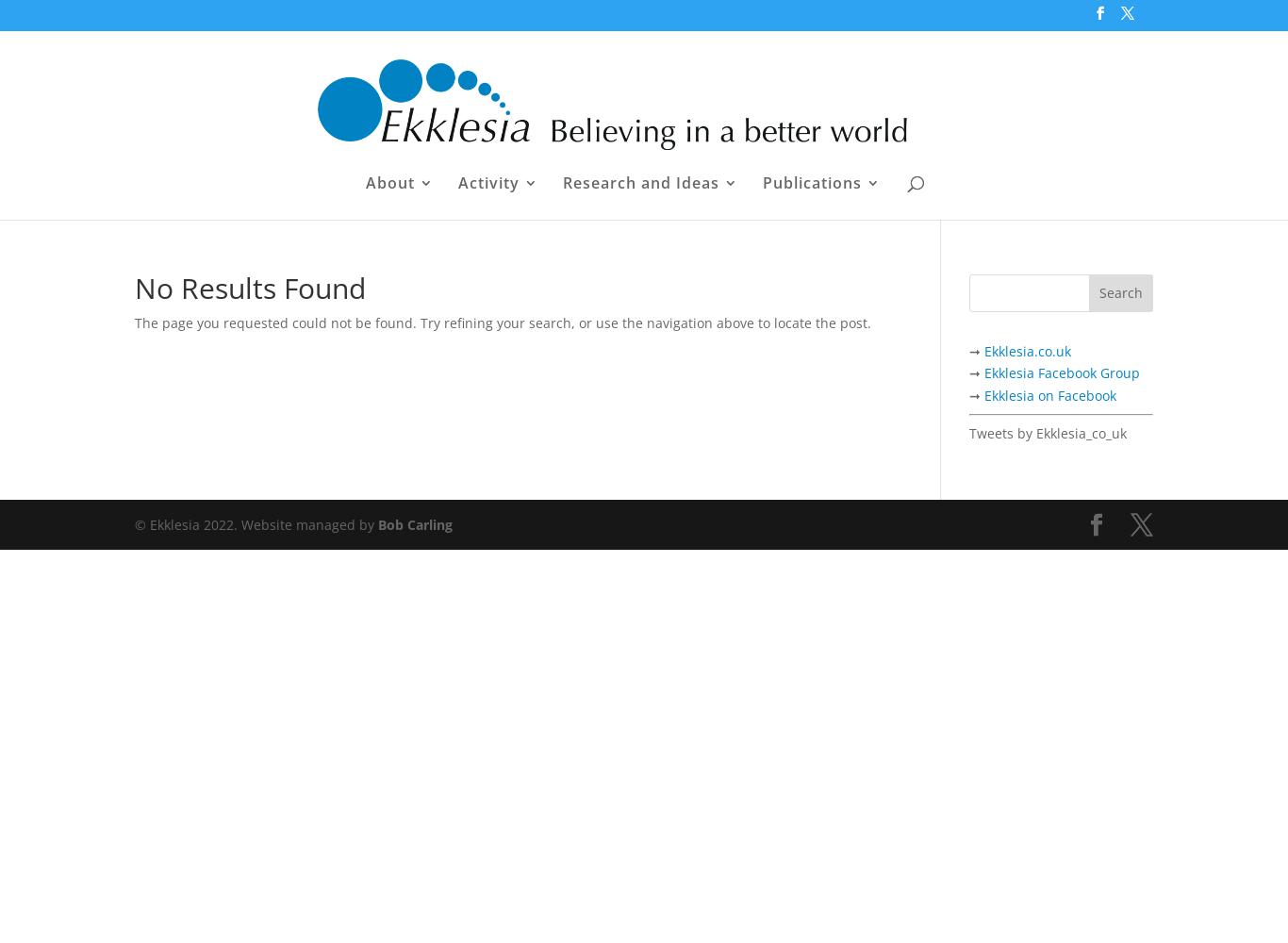 Image resolution: width=1288 pixels, height=943 pixels. Describe the element at coordinates (435, 512) in the screenshot. I see `'Contact'` at that location.